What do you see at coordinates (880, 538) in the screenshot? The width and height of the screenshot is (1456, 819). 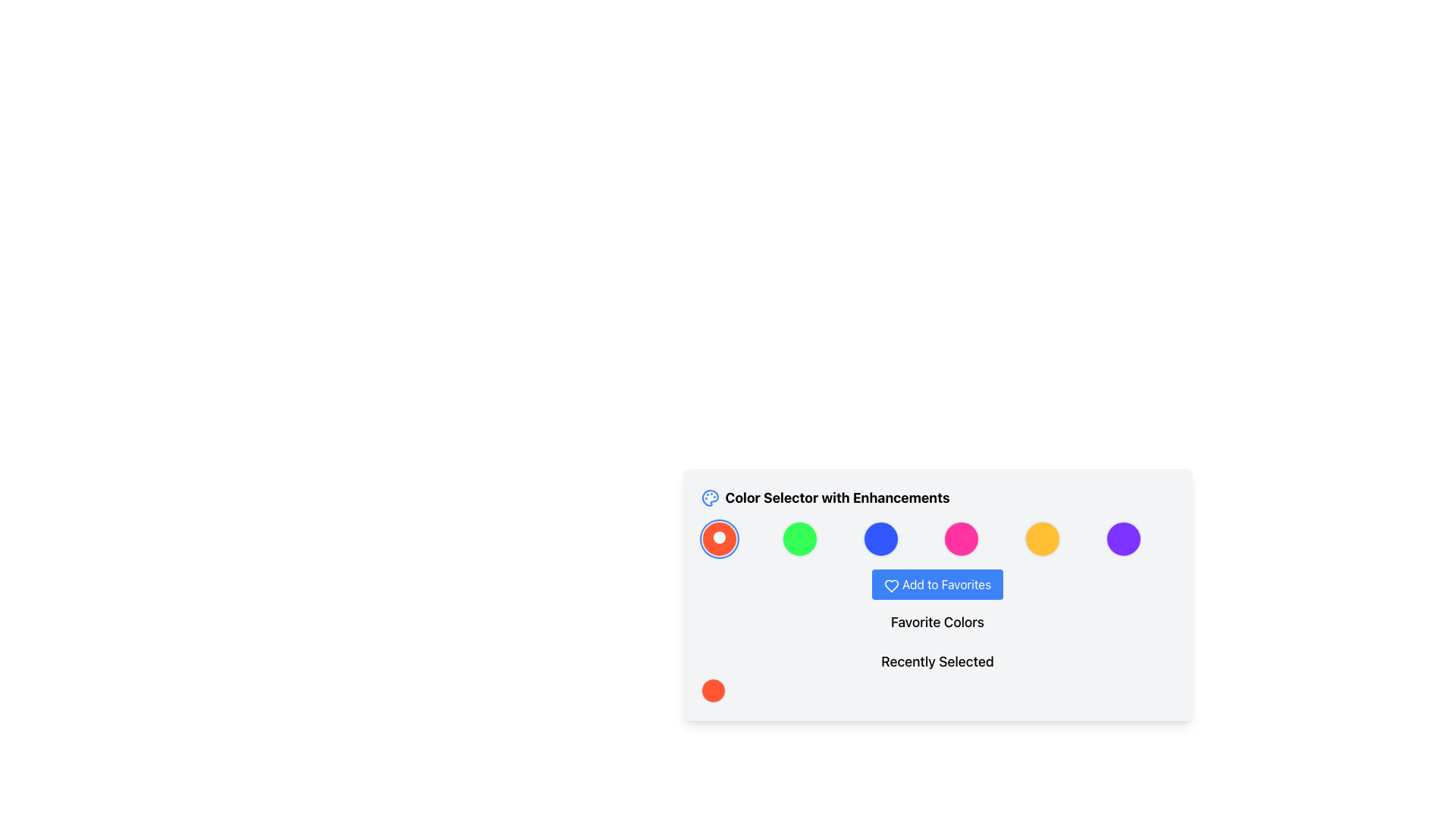 I see `the blue circular button located in the third position of a horizontal row of six buttons` at bounding box center [880, 538].